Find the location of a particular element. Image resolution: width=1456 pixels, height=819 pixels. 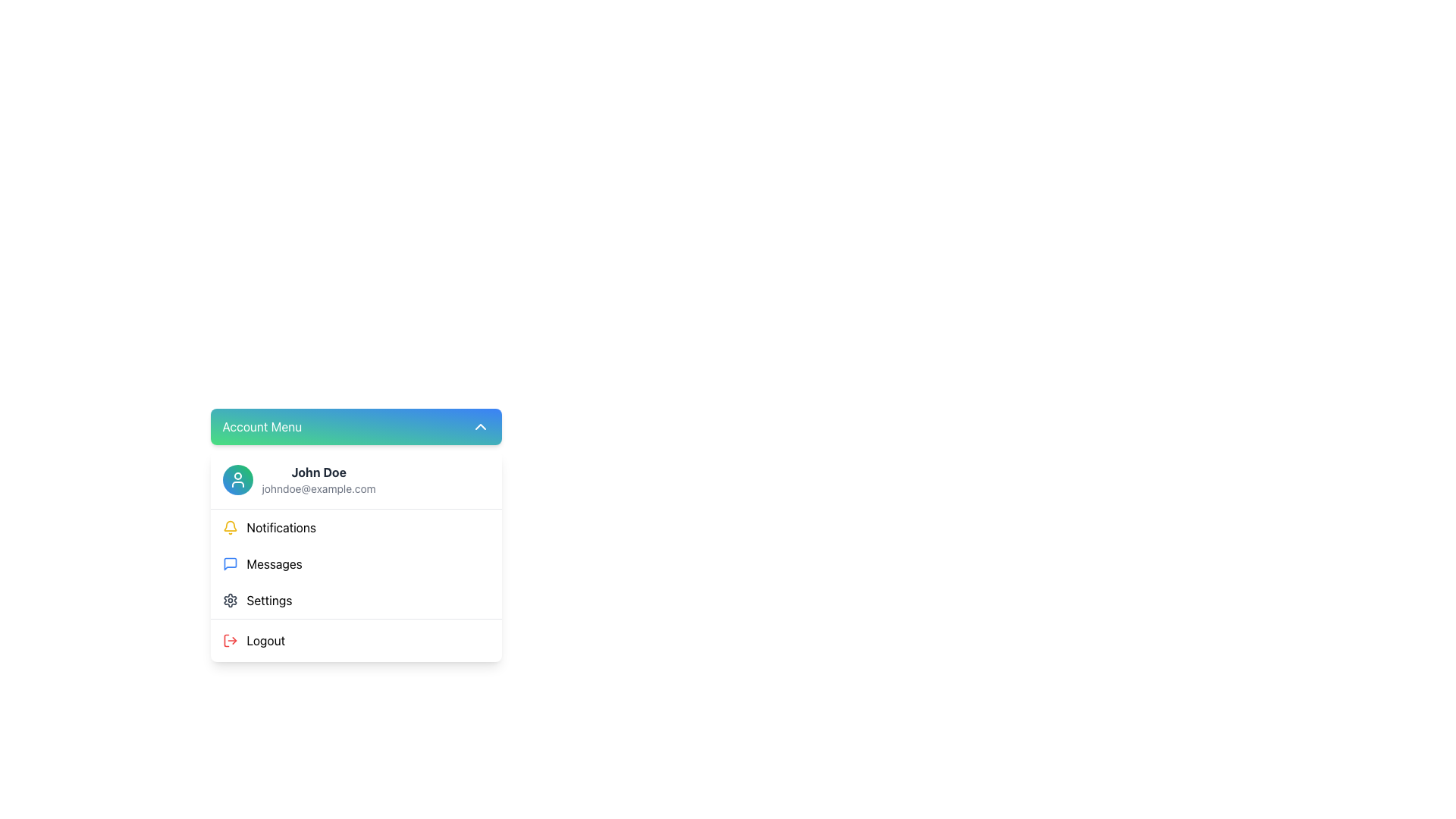

the bold text displaying 'John Doe' in dark gray color located in the user account menu under the 'Account Menu' heading is located at coordinates (318, 472).